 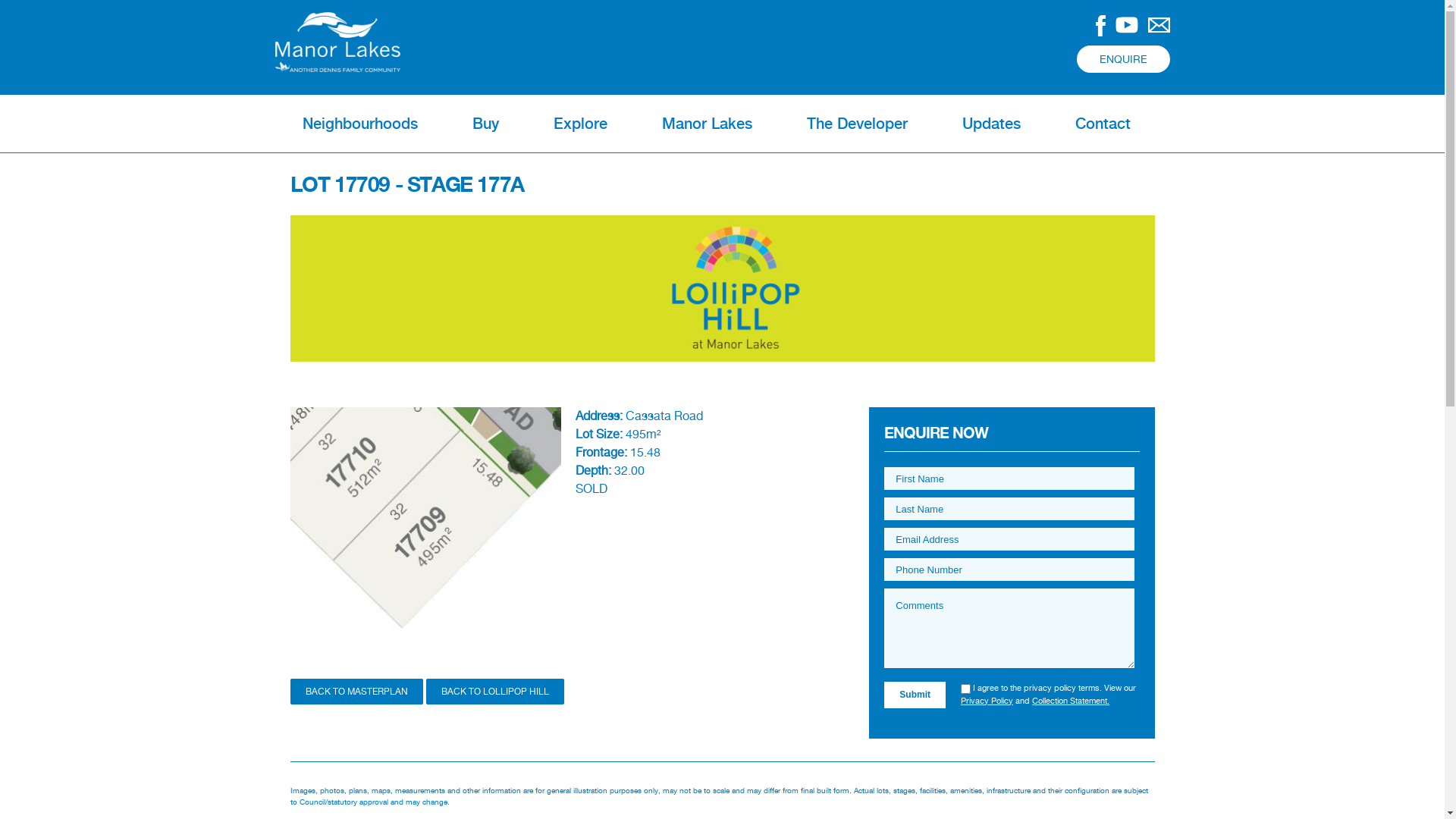 I want to click on 'Collection Statement.', so click(x=1069, y=701).